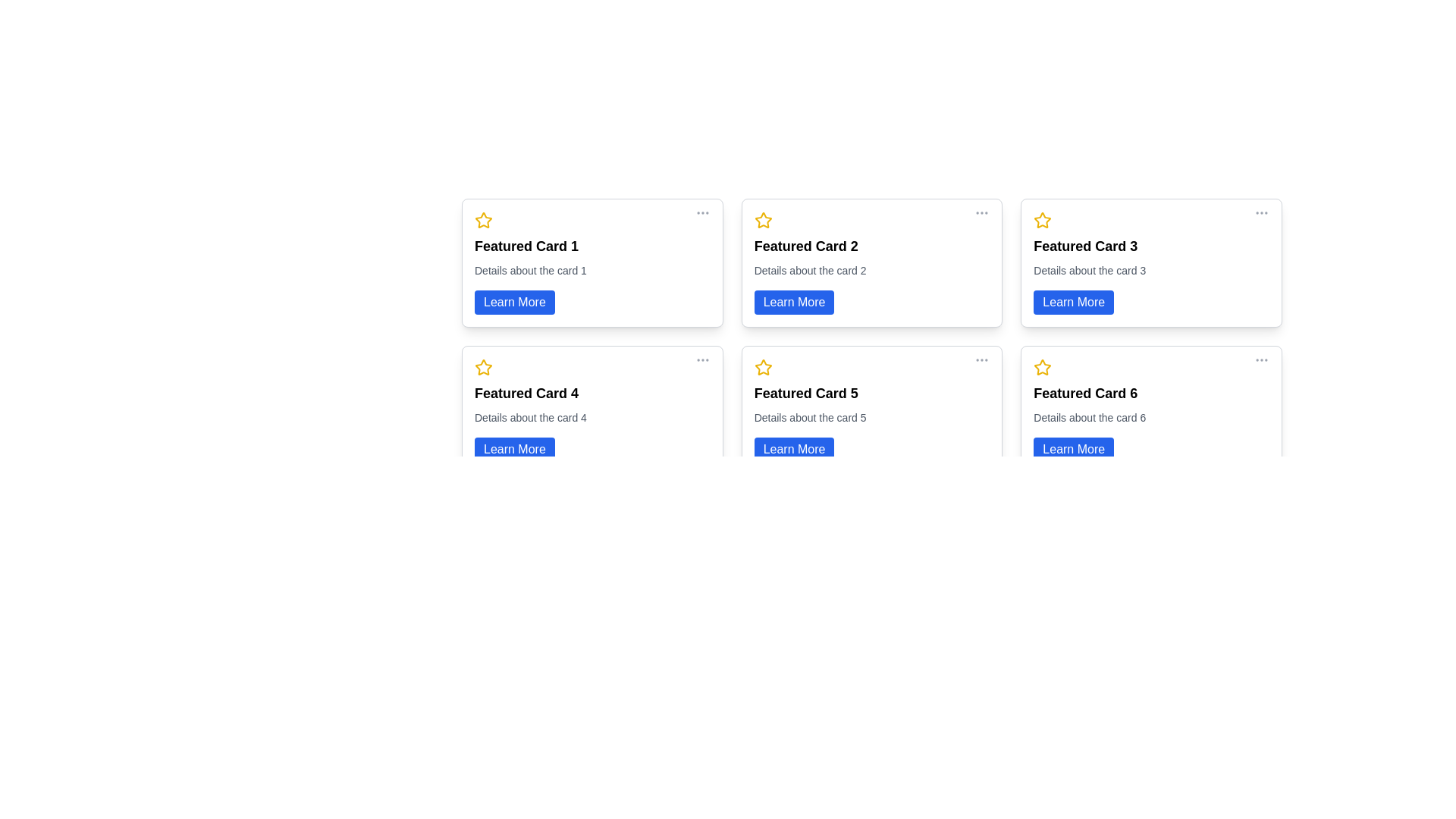 The height and width of the screenshot is (819, 1456). What do you see at coordinates (1089, 270) in the screenshot?
I see `information displayed in the text block that shows the phrase 'Details about the card 3', which is located beneath the title of 'Featured Card 3'` at bounding box center [1089, 270].